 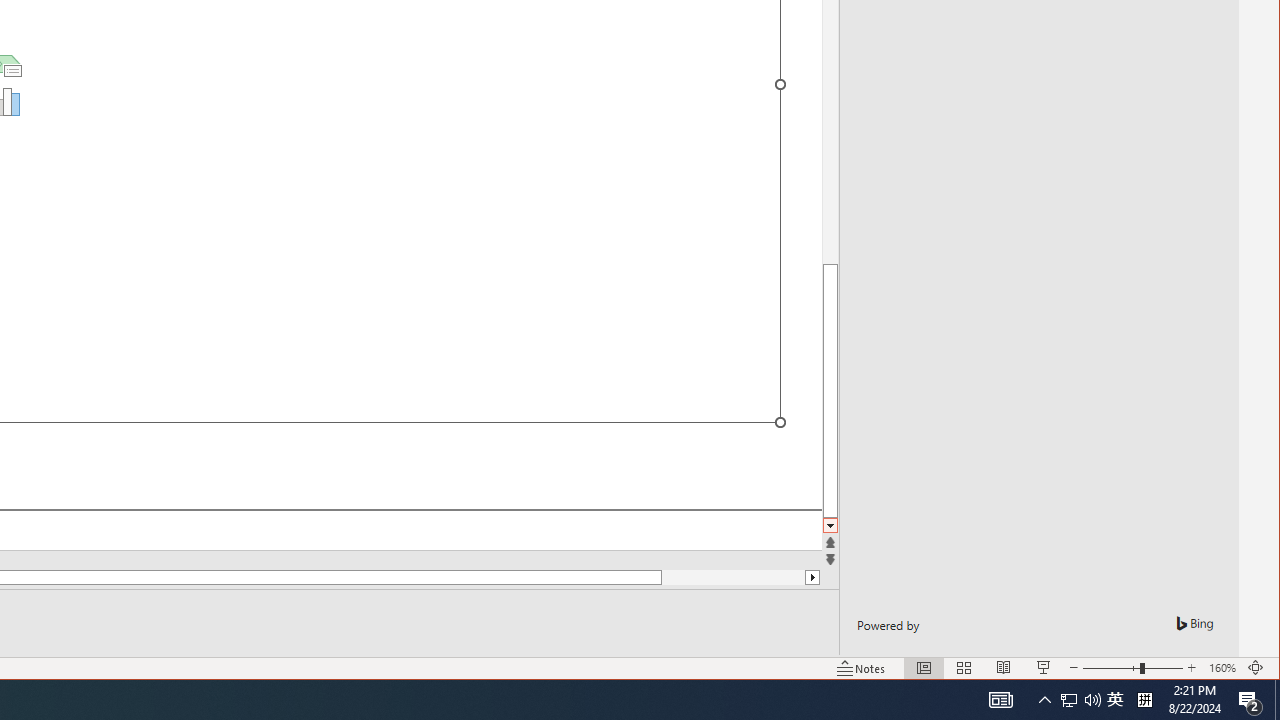 I want to click on 'Zoom 160%', so click(x=1221, y=668).